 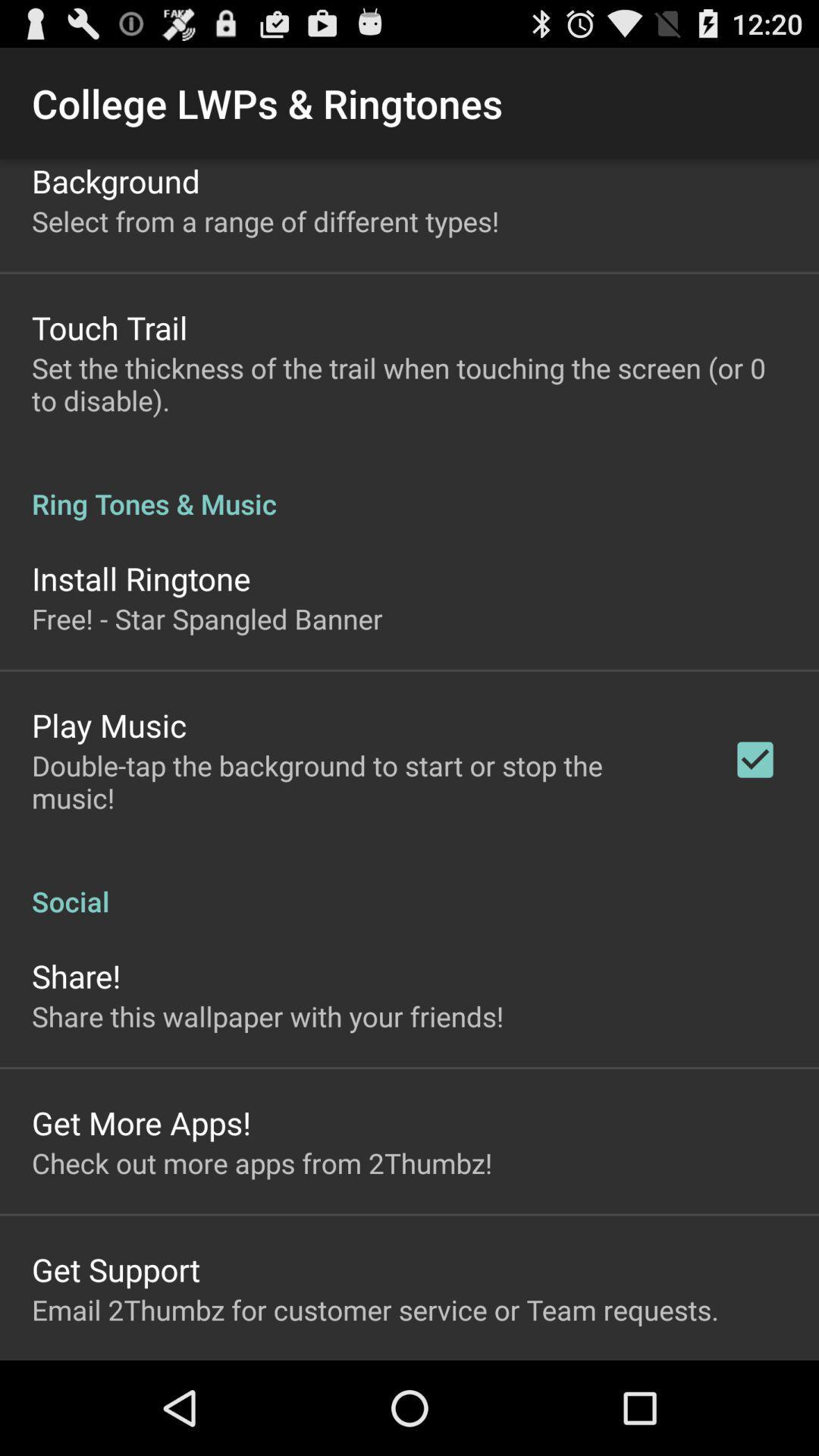 I want to click on set the thickness item, so click(x=409, y=384).